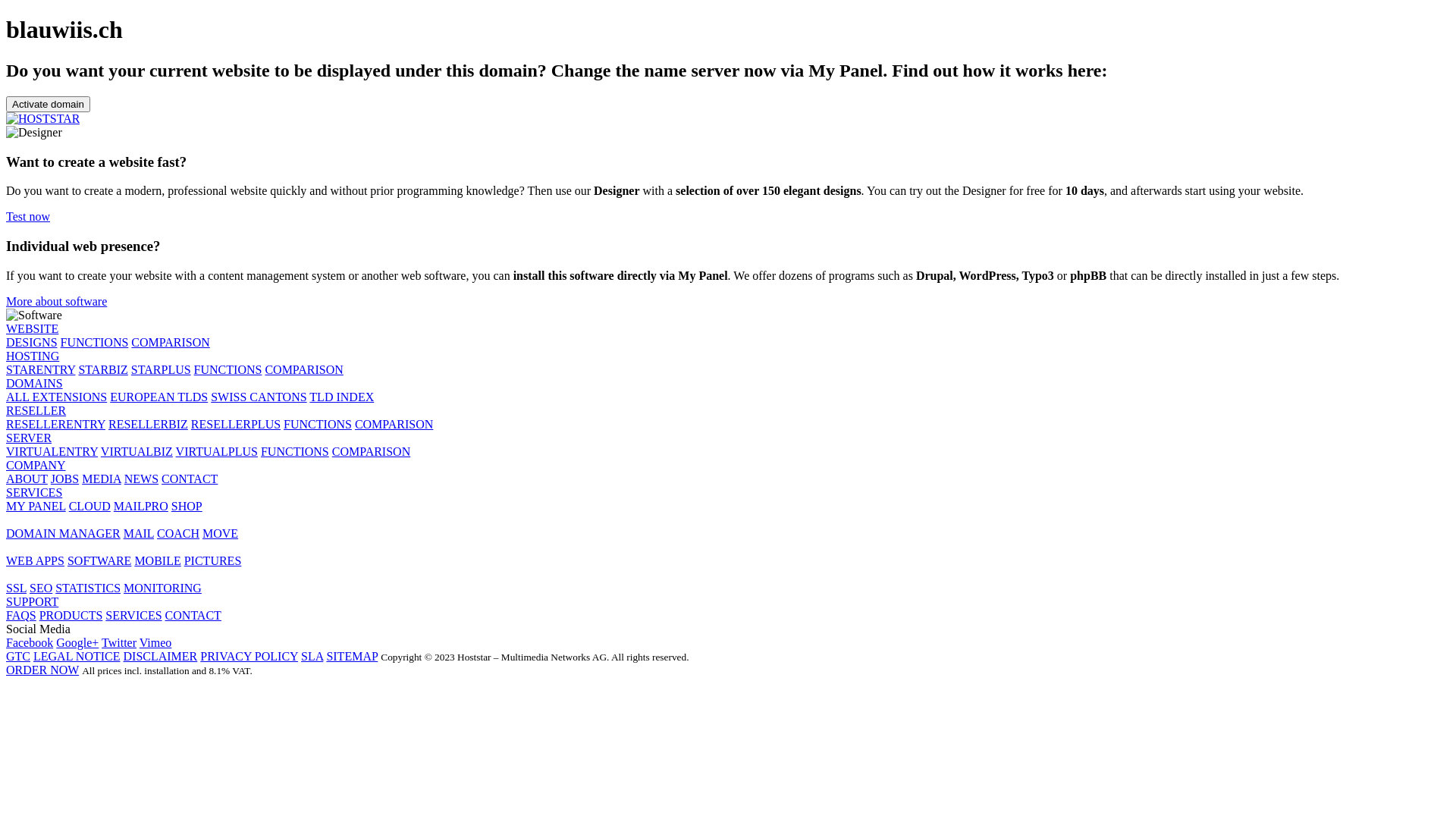 The height and width of the screenshot is (819, 1456). Describe the element at coordinates (62, 532) in the screenshot. I see `'DOMAIN MANAGER'` at that location.